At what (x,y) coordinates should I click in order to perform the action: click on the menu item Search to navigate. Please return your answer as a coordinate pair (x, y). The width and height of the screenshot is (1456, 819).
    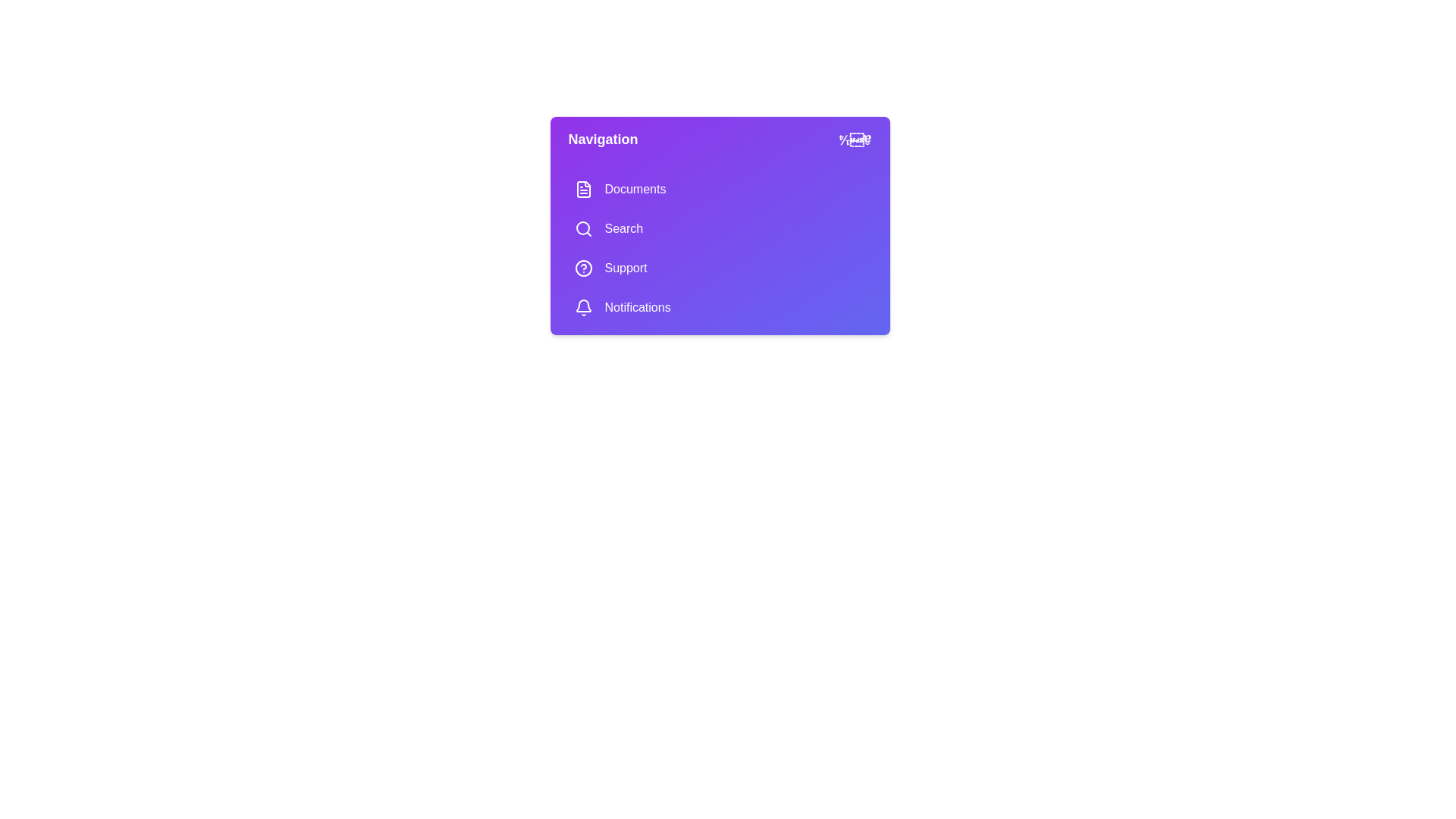
    Looking at the image, I should click on (719, 228).